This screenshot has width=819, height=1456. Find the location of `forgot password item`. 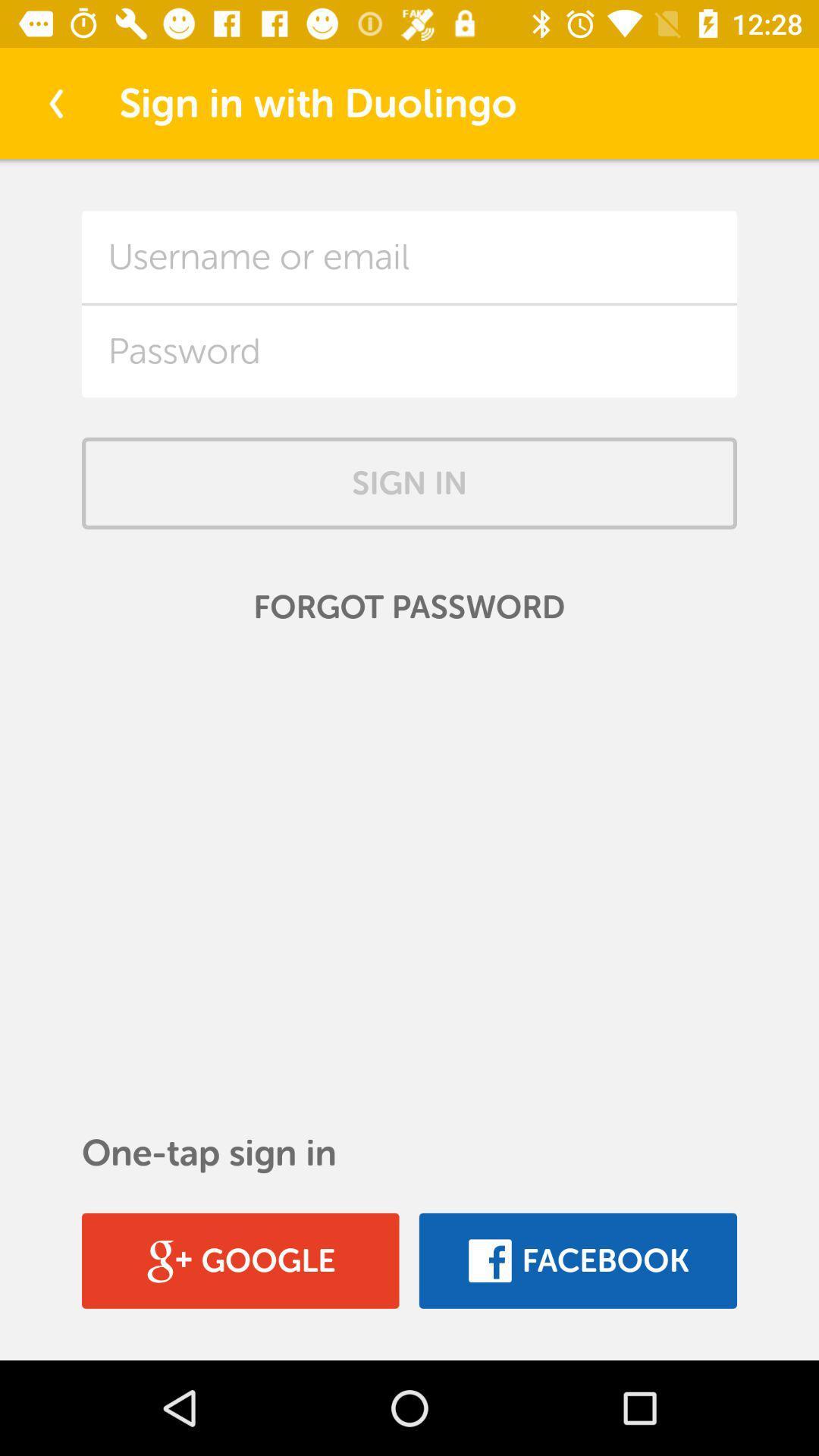

forgot password item is located at coordinates (409, 607).